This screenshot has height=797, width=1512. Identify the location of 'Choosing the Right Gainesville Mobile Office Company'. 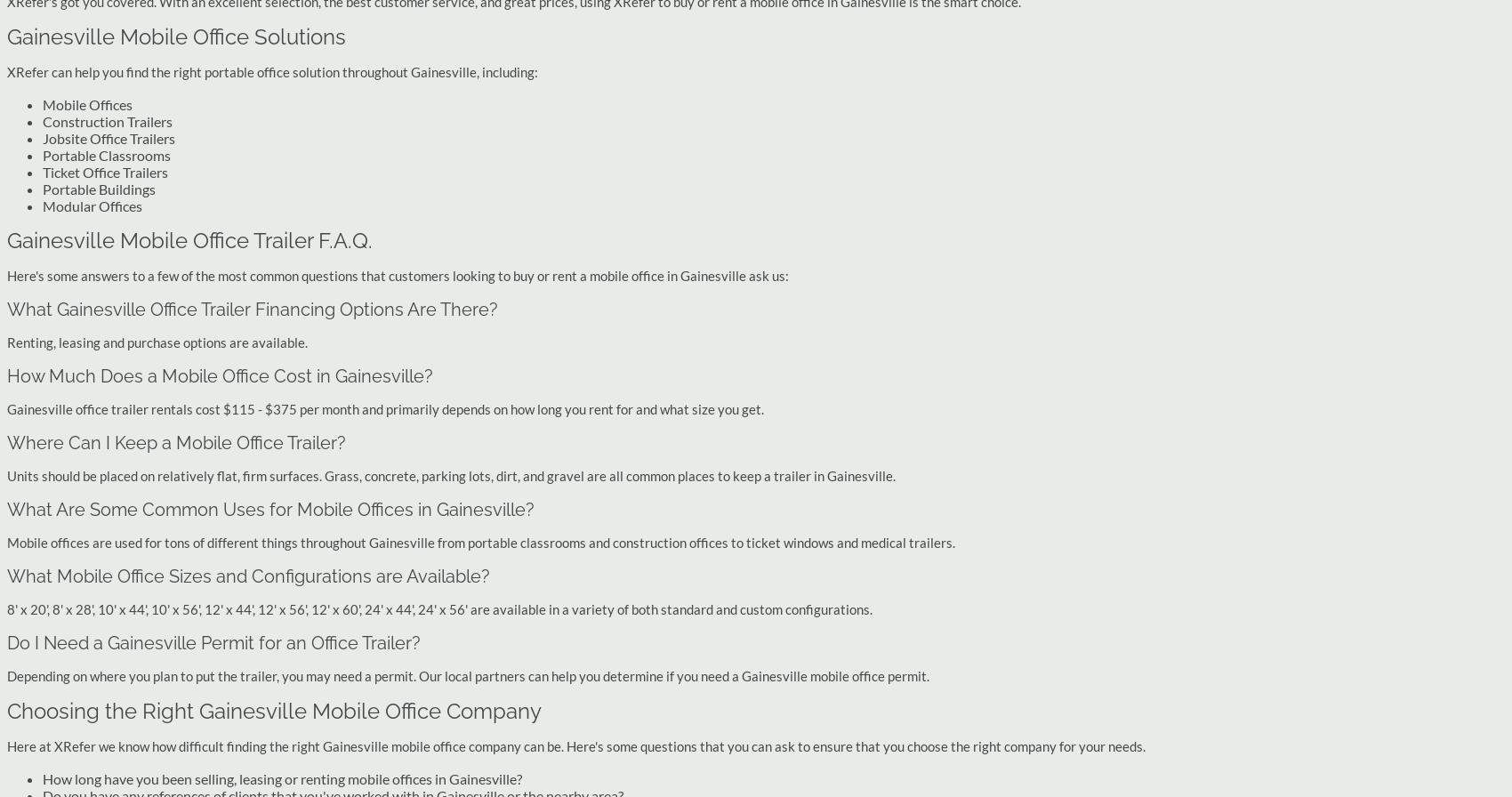
(274, 711).